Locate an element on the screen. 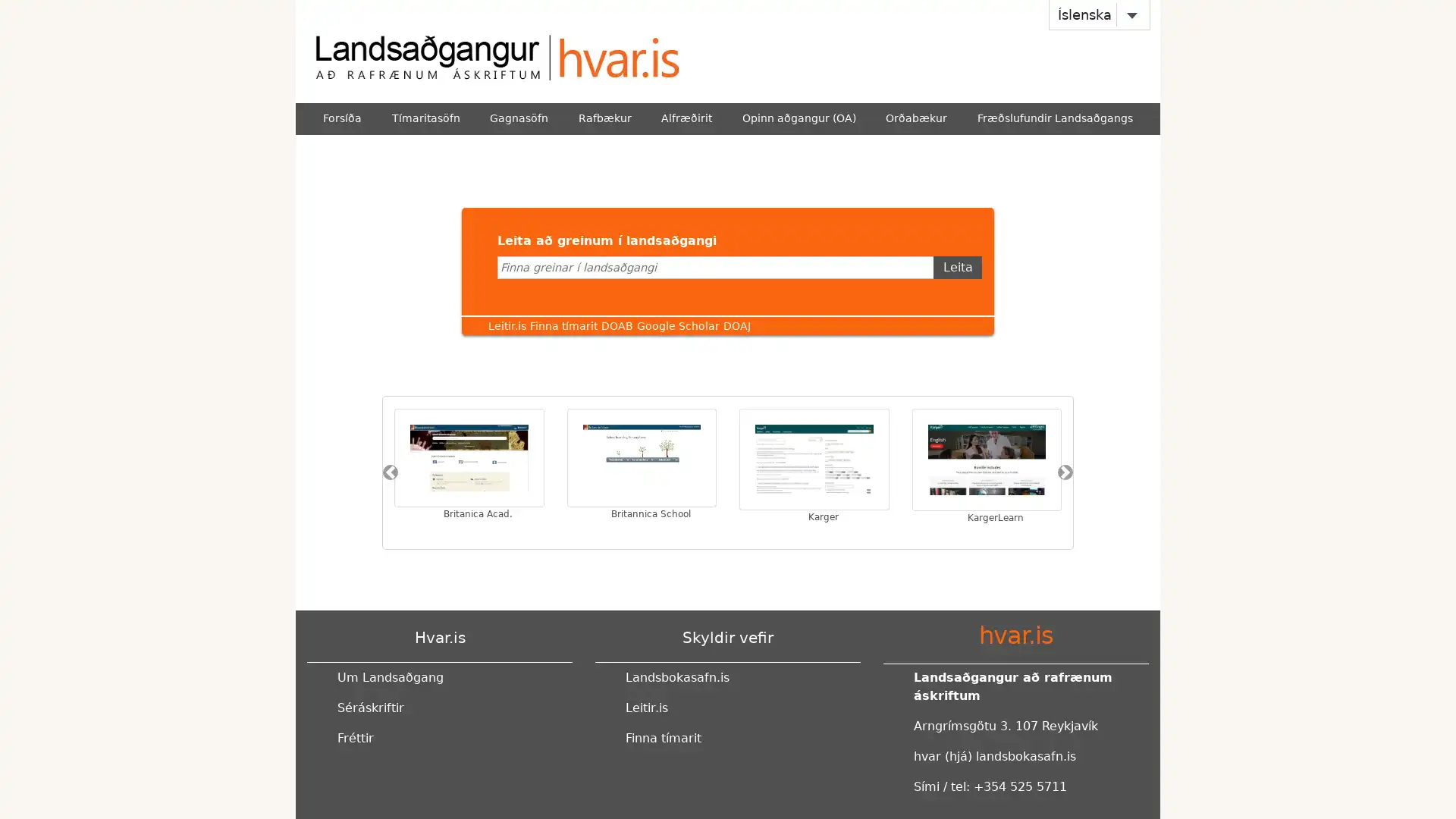 The height and width of the screenshot is (819, 1456). Previous is located at coordinates (390, 472).